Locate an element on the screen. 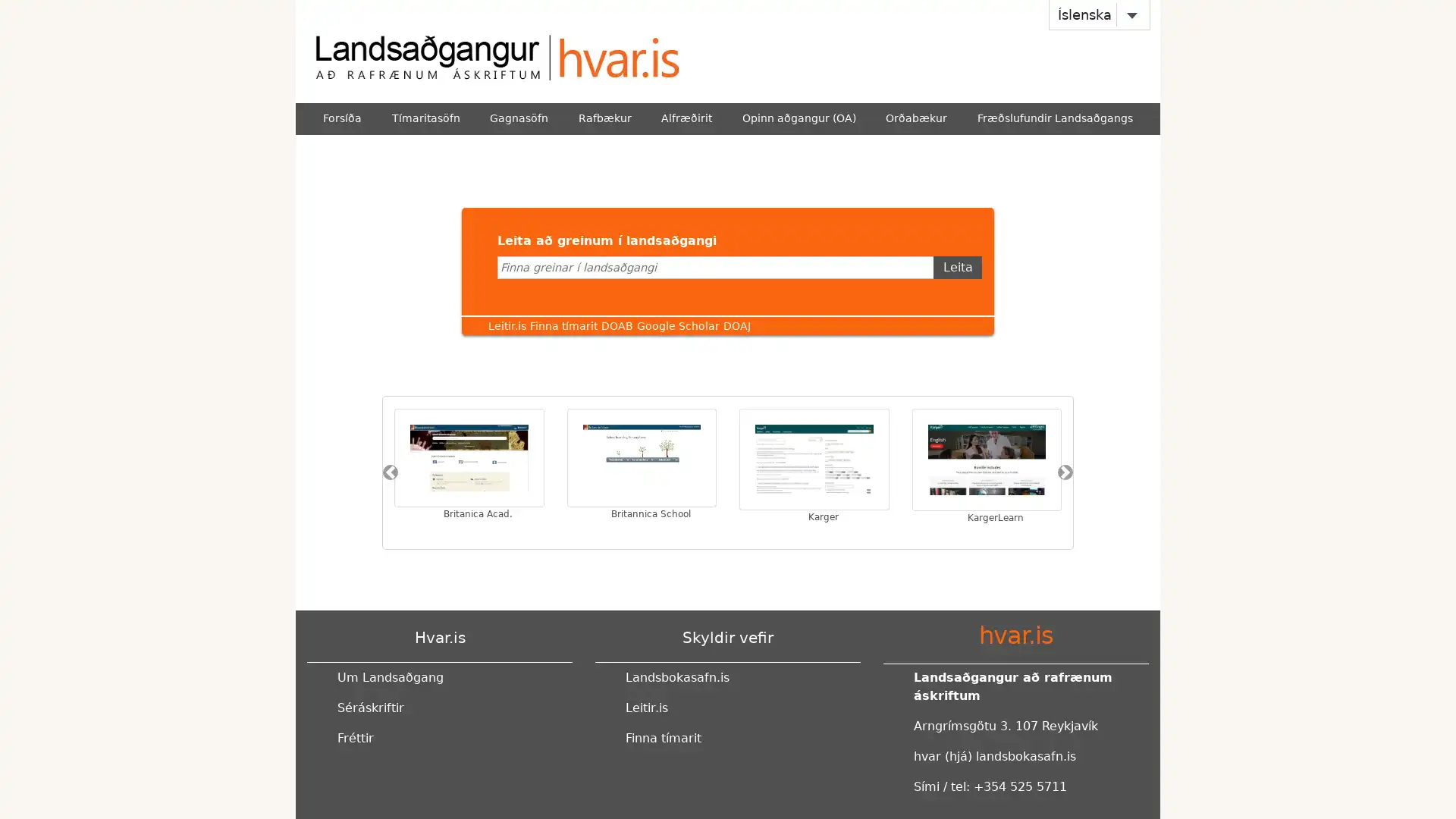 The height and width of the screenshot is (819, 1456). Previous is located at coordinates (390, 472).